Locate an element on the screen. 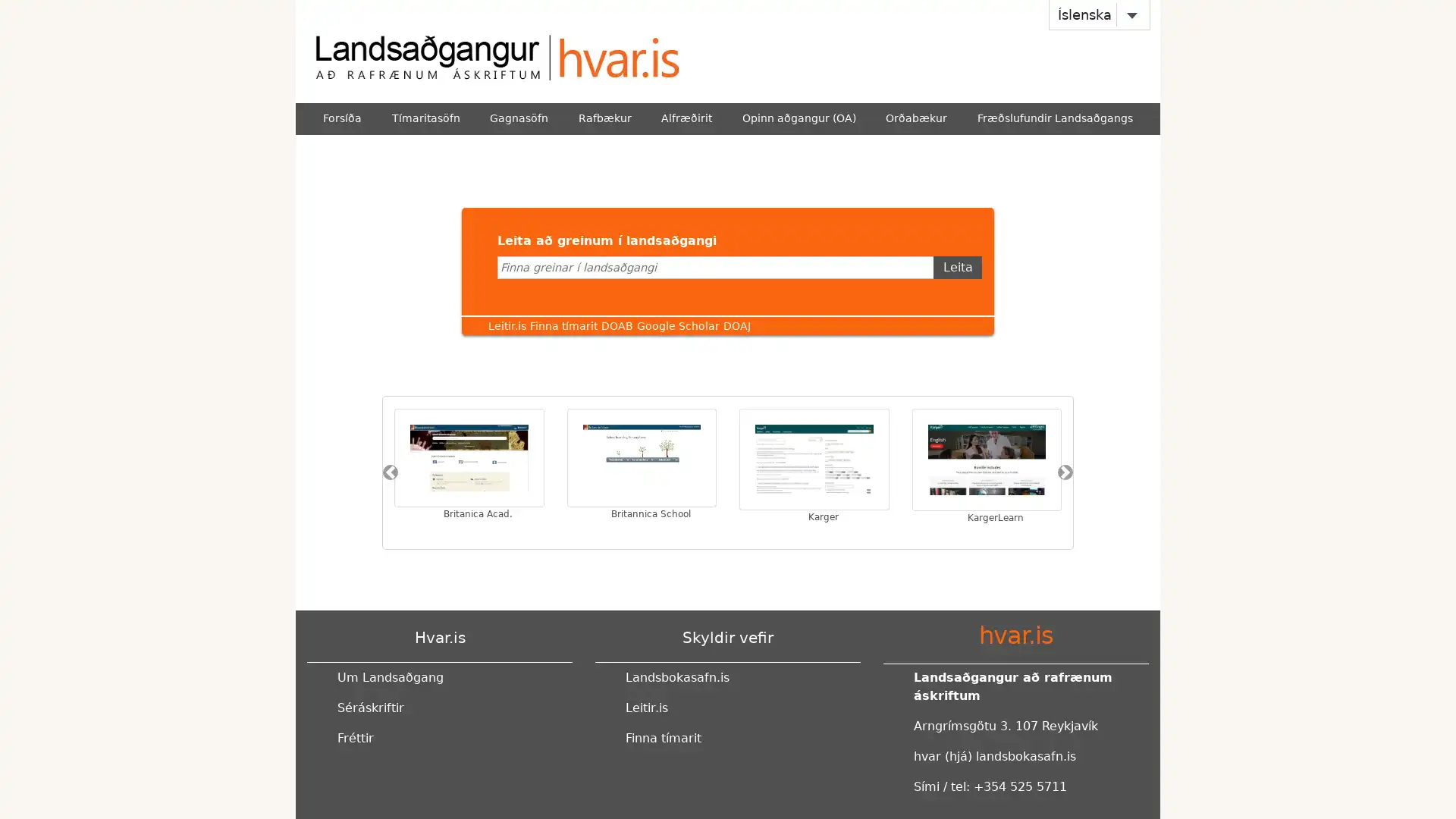 The height and width of the screenshot is (819, 1456). Previous is located at coordinates (390, 472).